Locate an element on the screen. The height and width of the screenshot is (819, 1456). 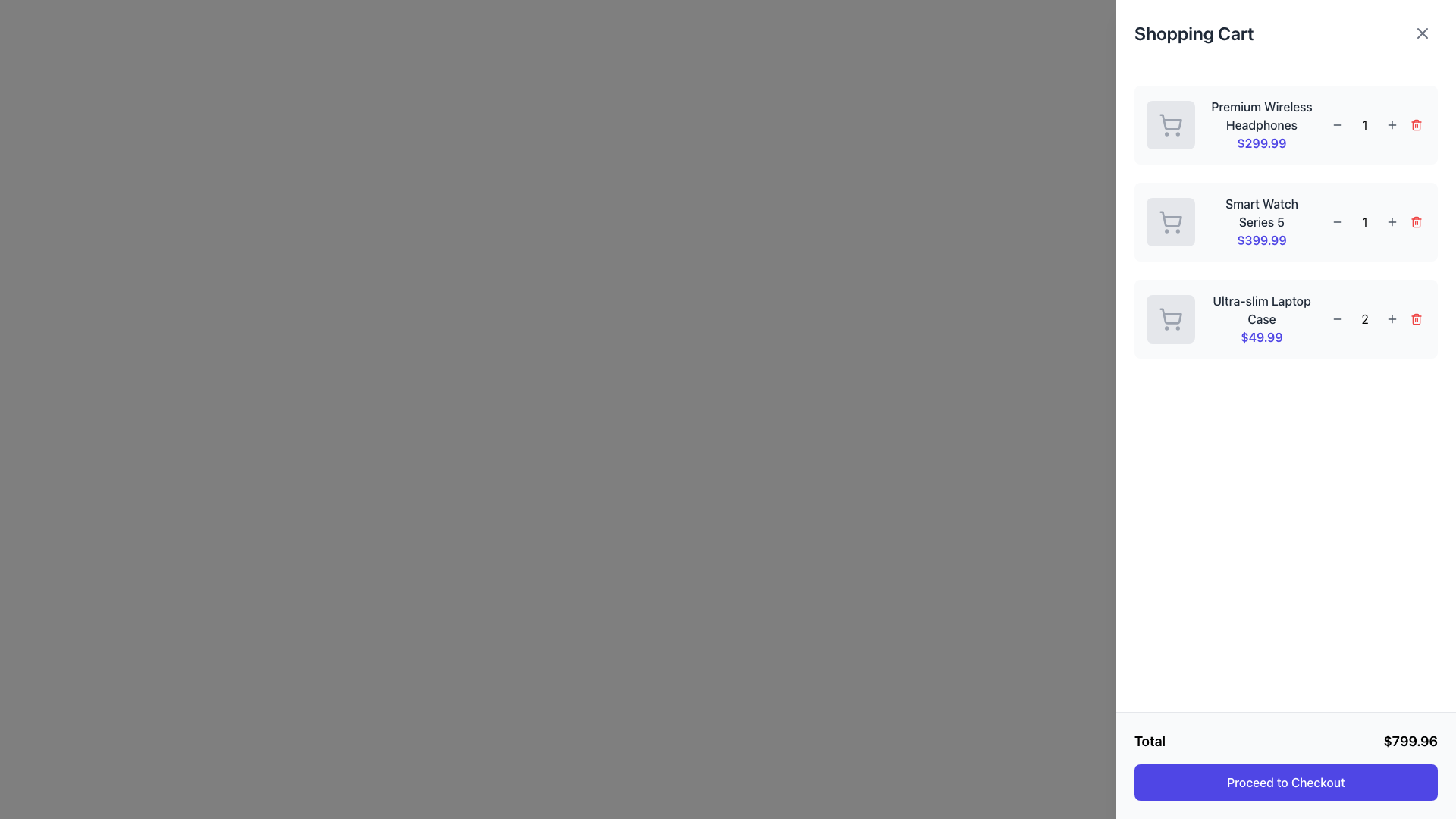
the increment button is located at coordinates (1392, 124).